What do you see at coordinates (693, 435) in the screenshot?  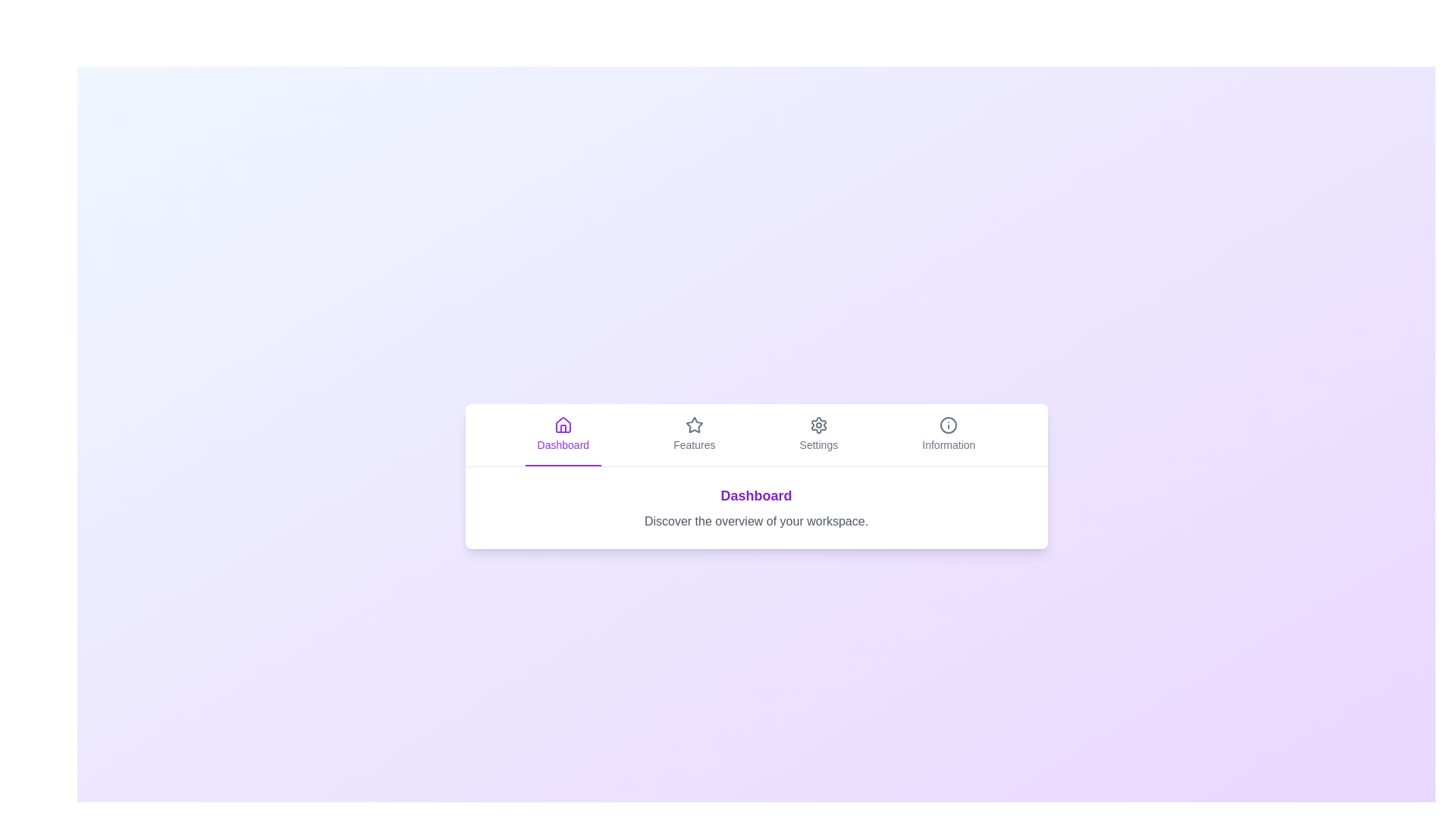 I see `the Features tab to view its content` at bounding box center [693, 435].